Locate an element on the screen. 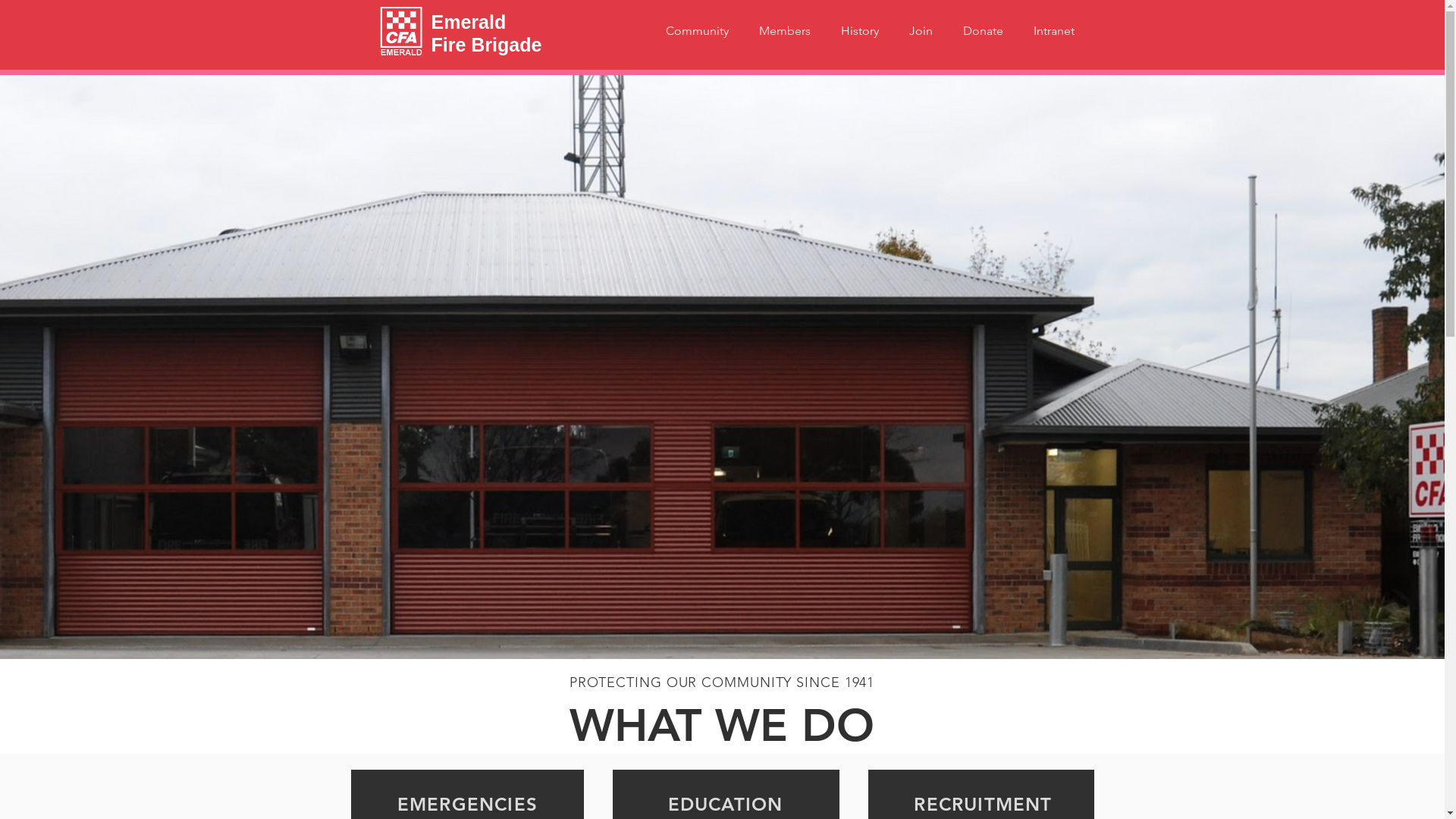  'History' is located at coordinates (858, 31).